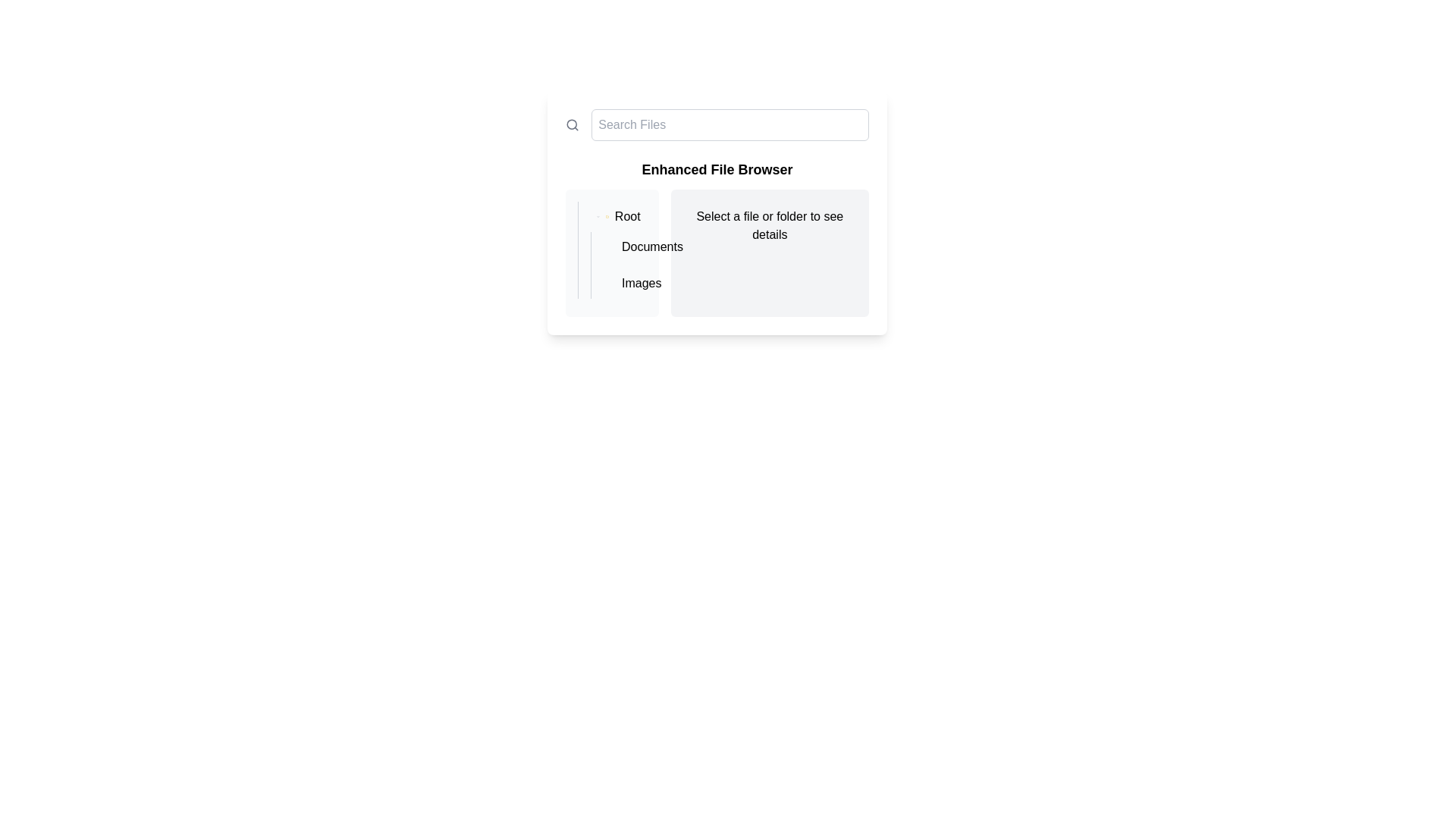  I want to click on the 'Images' text label located under the 'Documents' folder in the file structure tree, so click(642, 284).